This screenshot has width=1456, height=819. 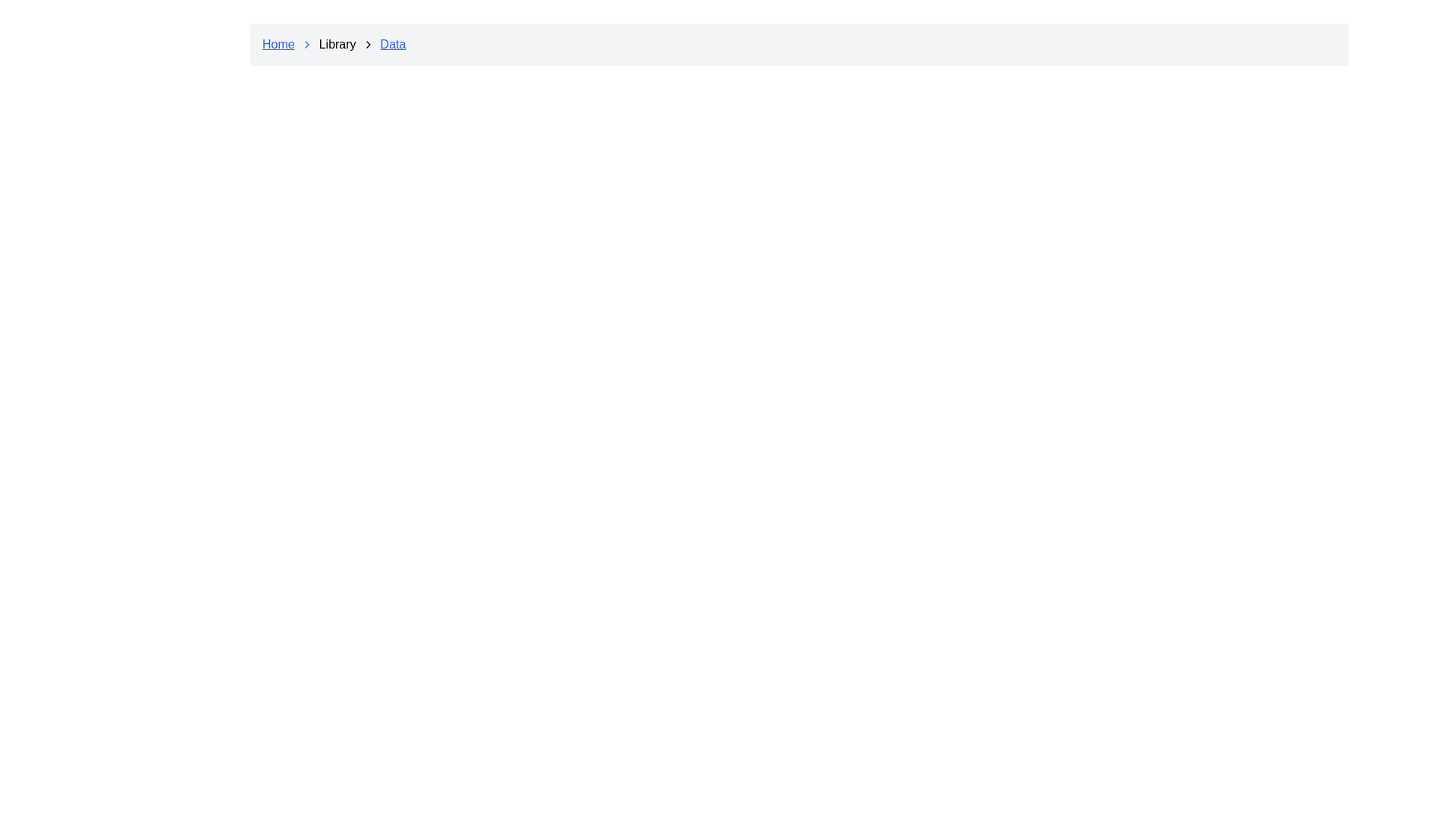 I want to click on the 'Library' breadcrumb navigation label located in the upper left section of the interface, which follows the 'Home' label, so click(x=346, y=43).